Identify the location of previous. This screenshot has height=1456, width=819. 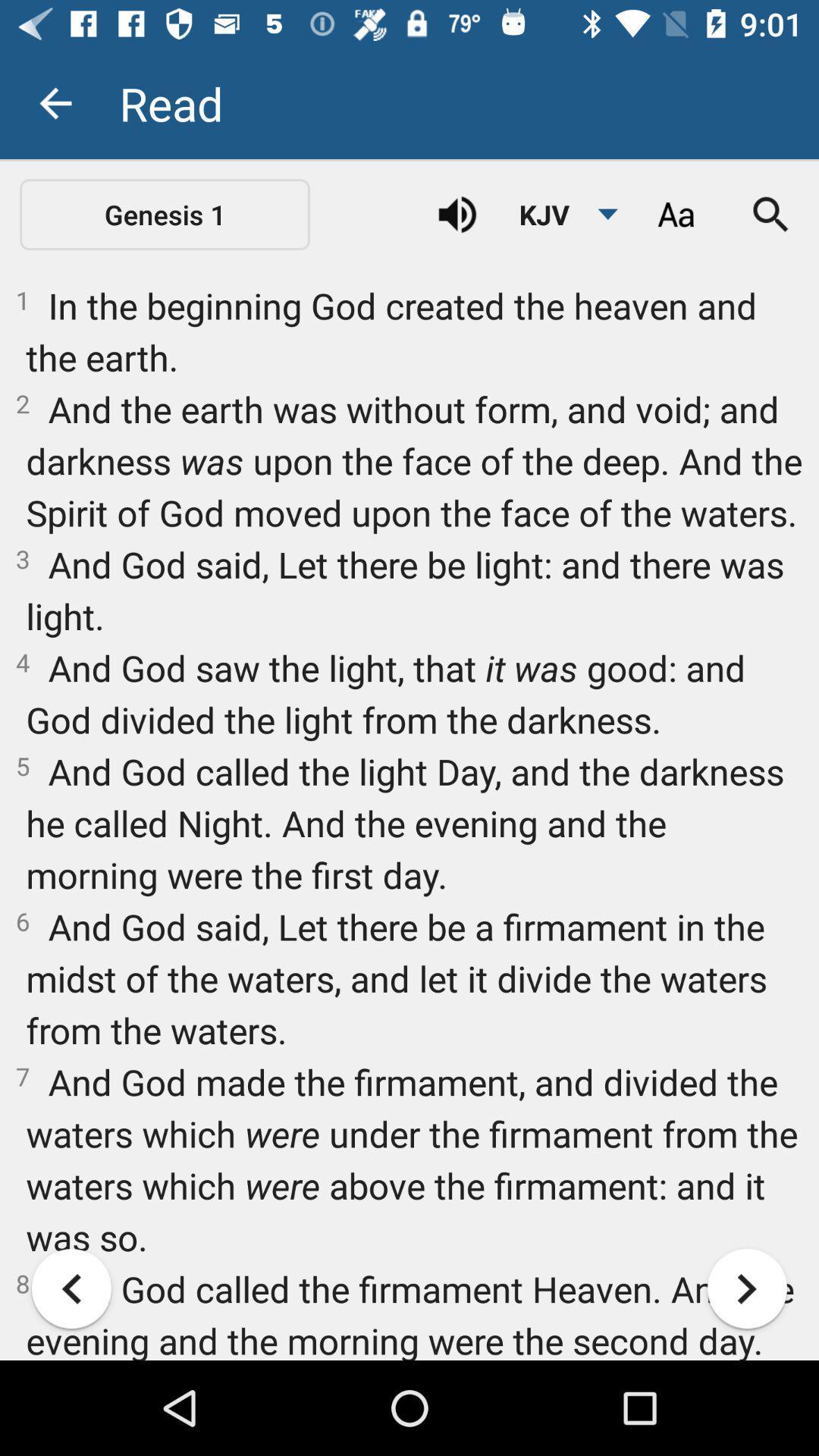
(71, 1288).